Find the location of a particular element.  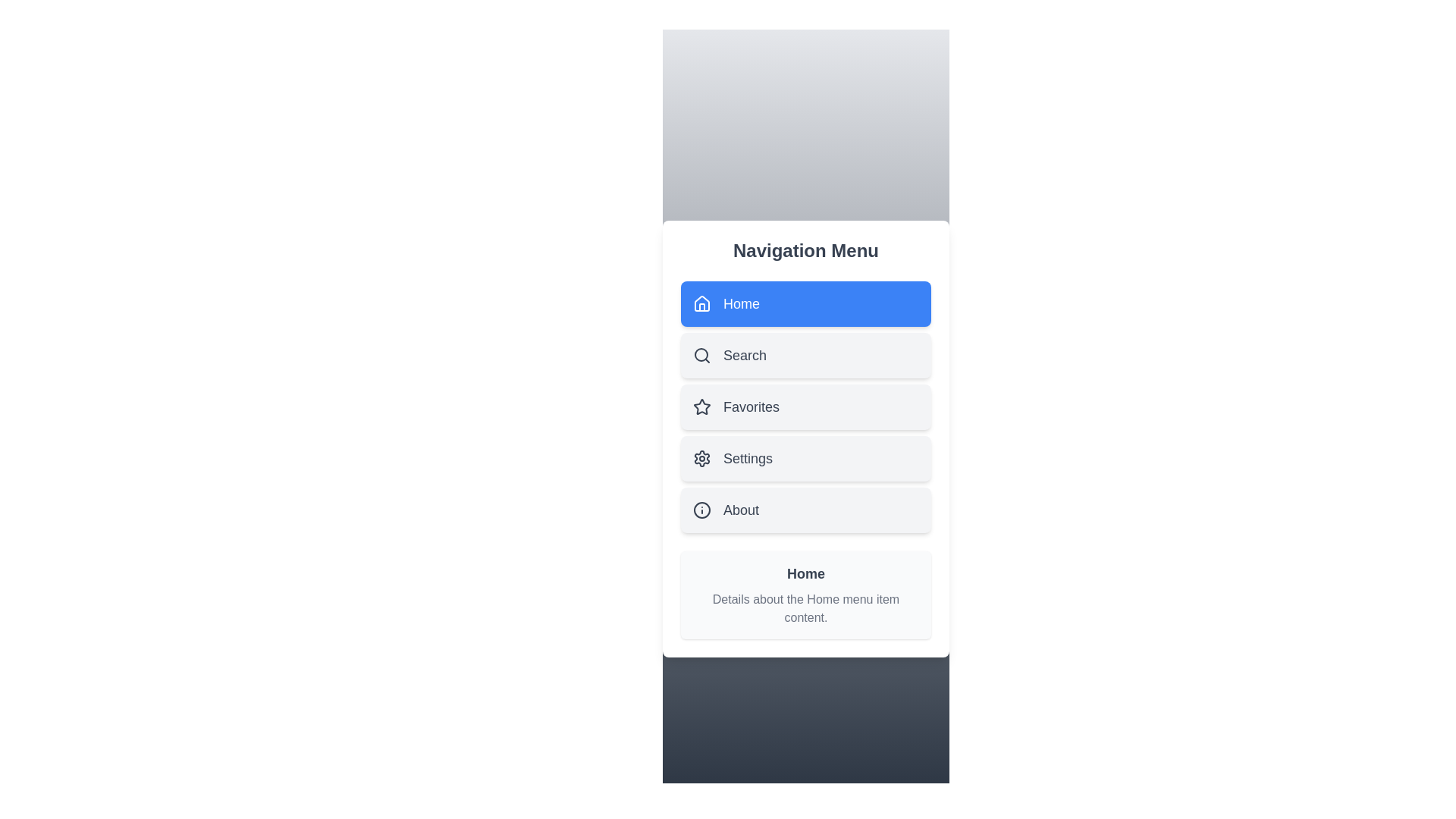

the menu item Settings is located at coordinates (805, 458).